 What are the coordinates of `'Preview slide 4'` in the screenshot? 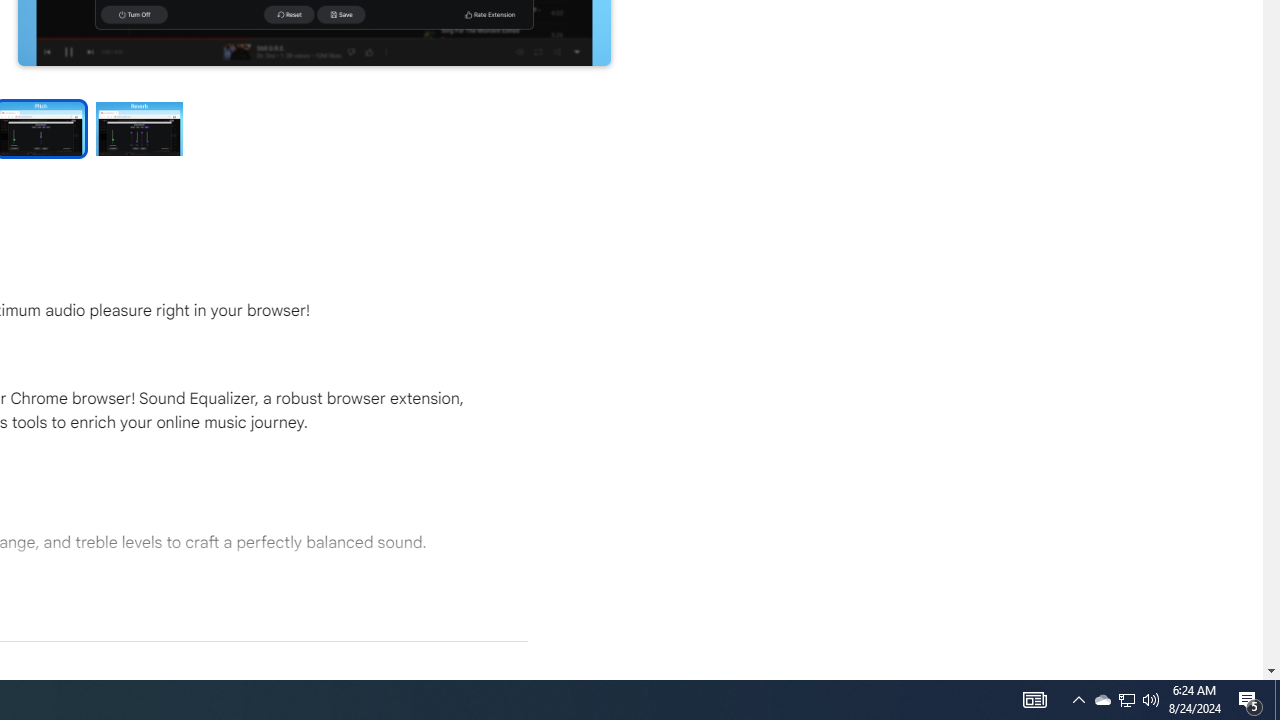 It's located at (139, 128).